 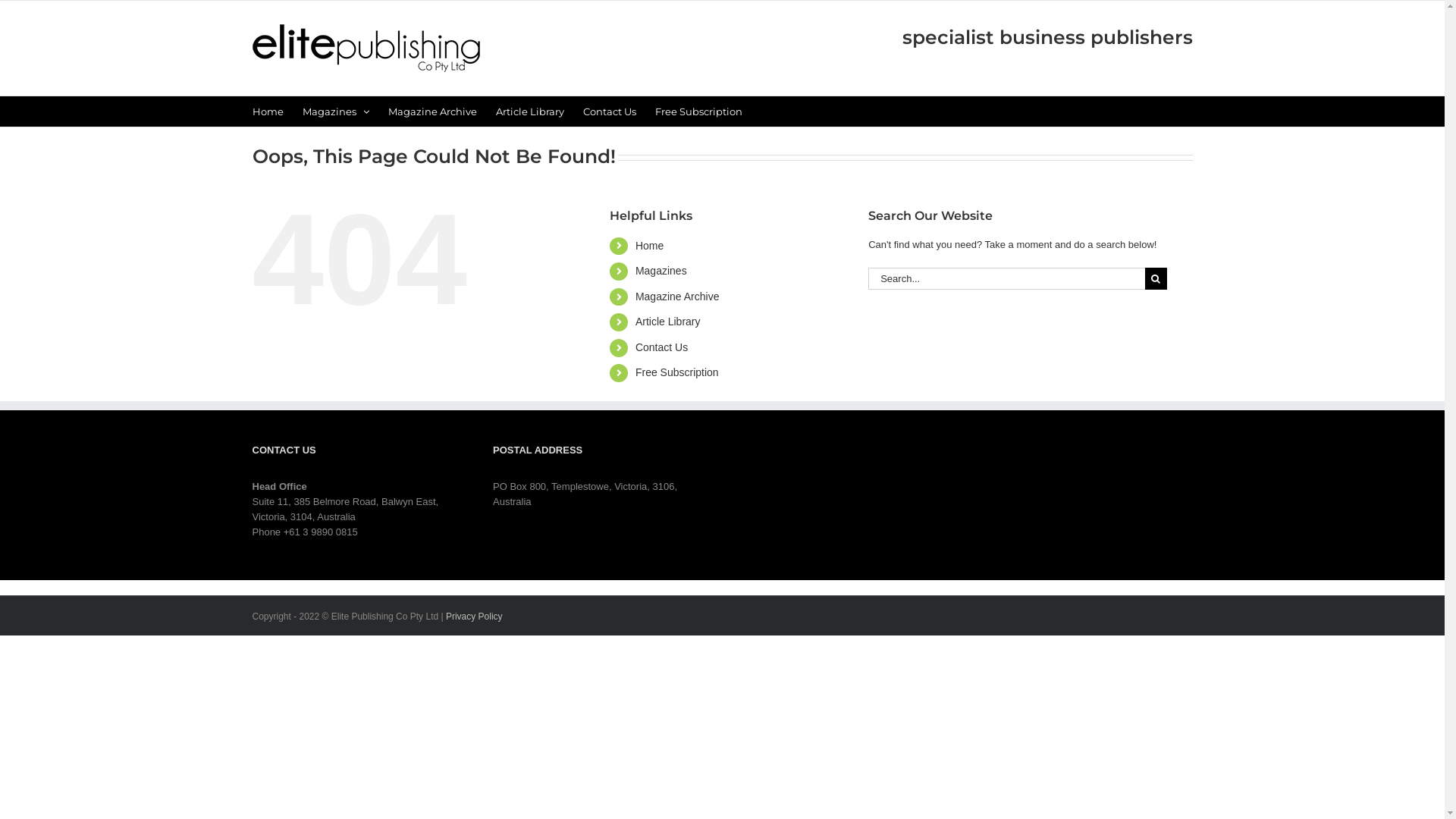 I want to click on 'Article Library', so click(x=635, y=321).